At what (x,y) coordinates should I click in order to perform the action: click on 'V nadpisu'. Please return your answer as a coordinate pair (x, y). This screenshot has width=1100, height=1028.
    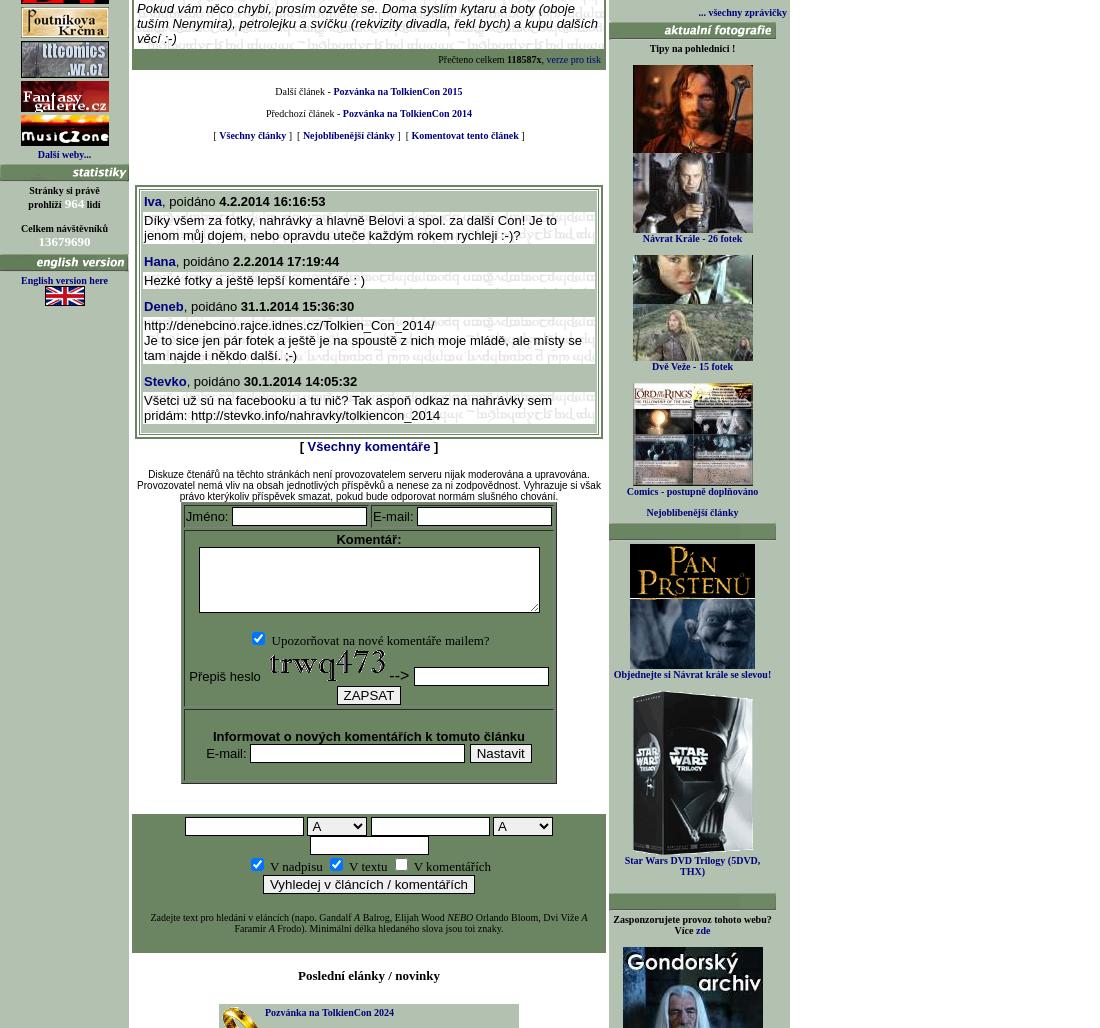
    Looking at the image, I should click on (295, 865).